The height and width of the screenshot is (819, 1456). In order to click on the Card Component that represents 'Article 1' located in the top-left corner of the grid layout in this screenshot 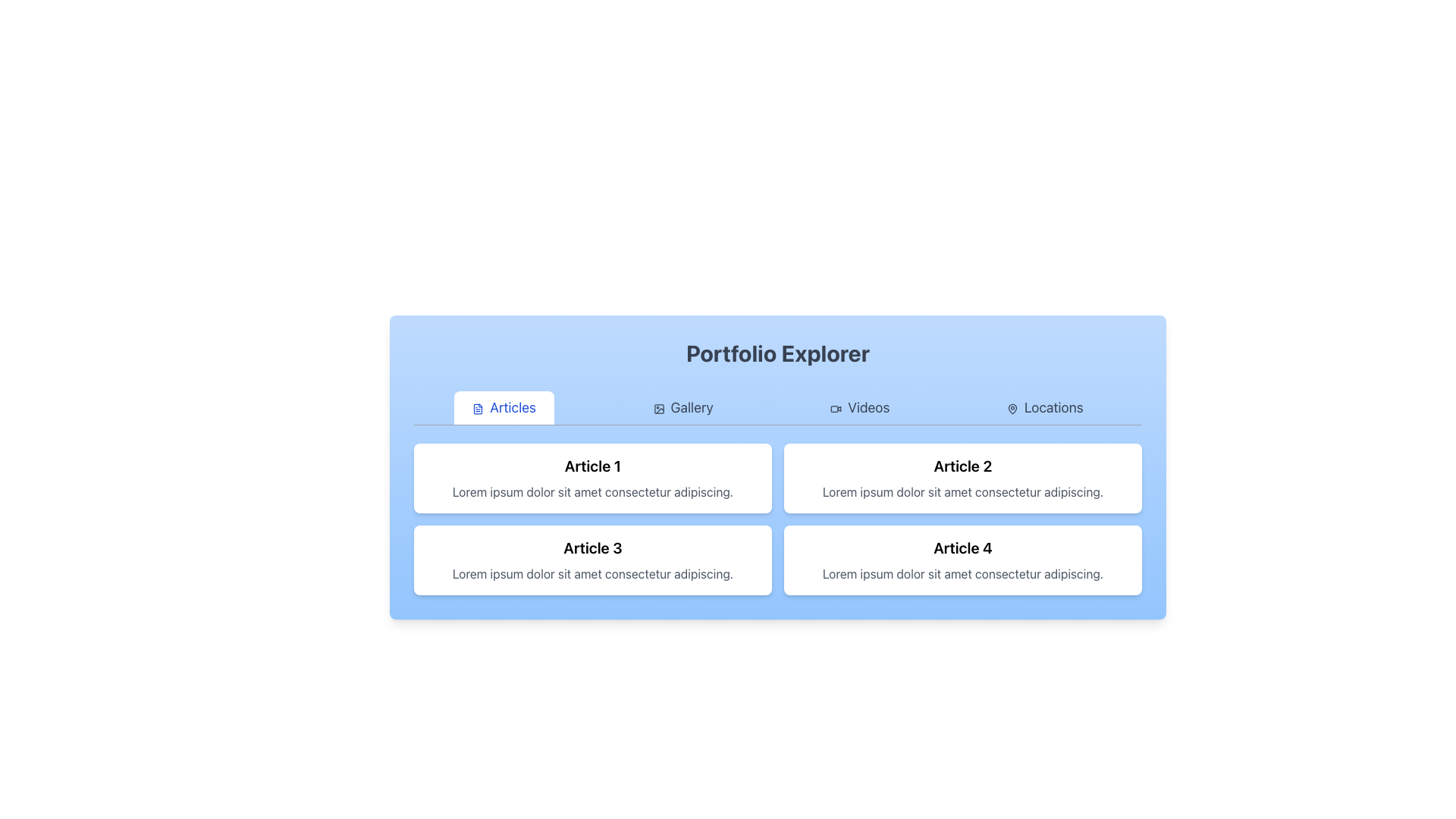, I will do `click(592, 479)`.